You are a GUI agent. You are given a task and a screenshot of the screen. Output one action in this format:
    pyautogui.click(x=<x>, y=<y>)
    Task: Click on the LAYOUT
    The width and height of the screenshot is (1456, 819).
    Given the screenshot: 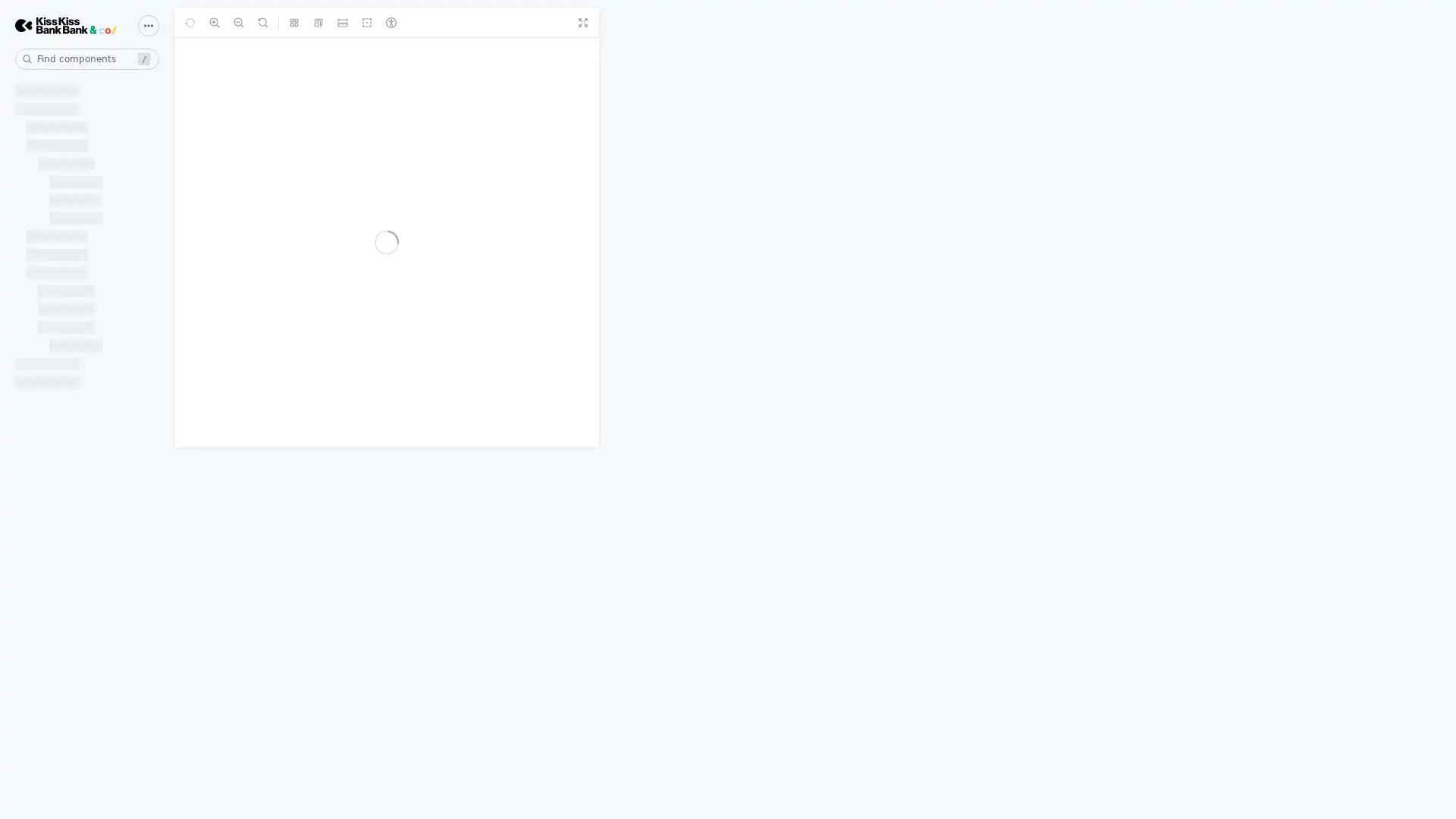 What is the action you would take?
    pyautogui.click(x=39, y=444)
    